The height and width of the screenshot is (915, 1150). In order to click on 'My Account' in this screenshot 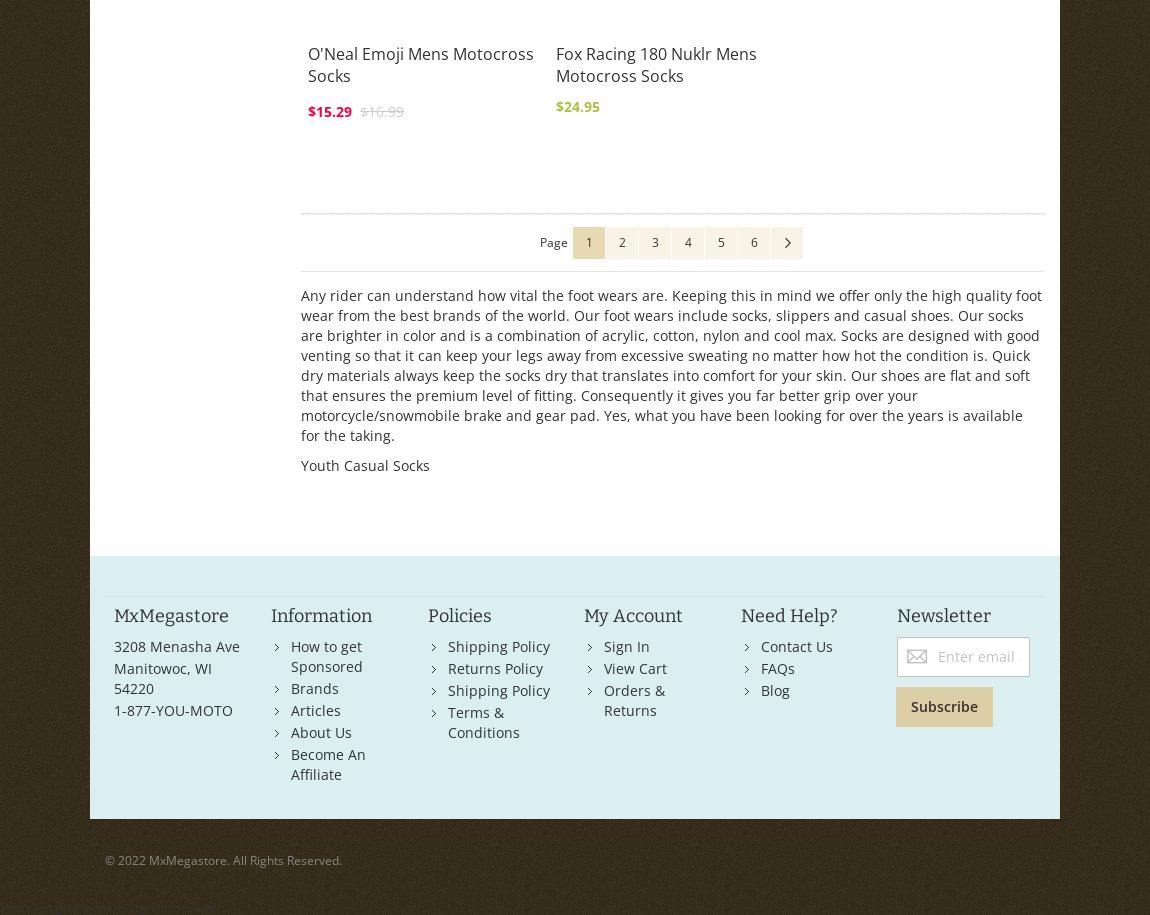, I will do `click(632, 615)`.